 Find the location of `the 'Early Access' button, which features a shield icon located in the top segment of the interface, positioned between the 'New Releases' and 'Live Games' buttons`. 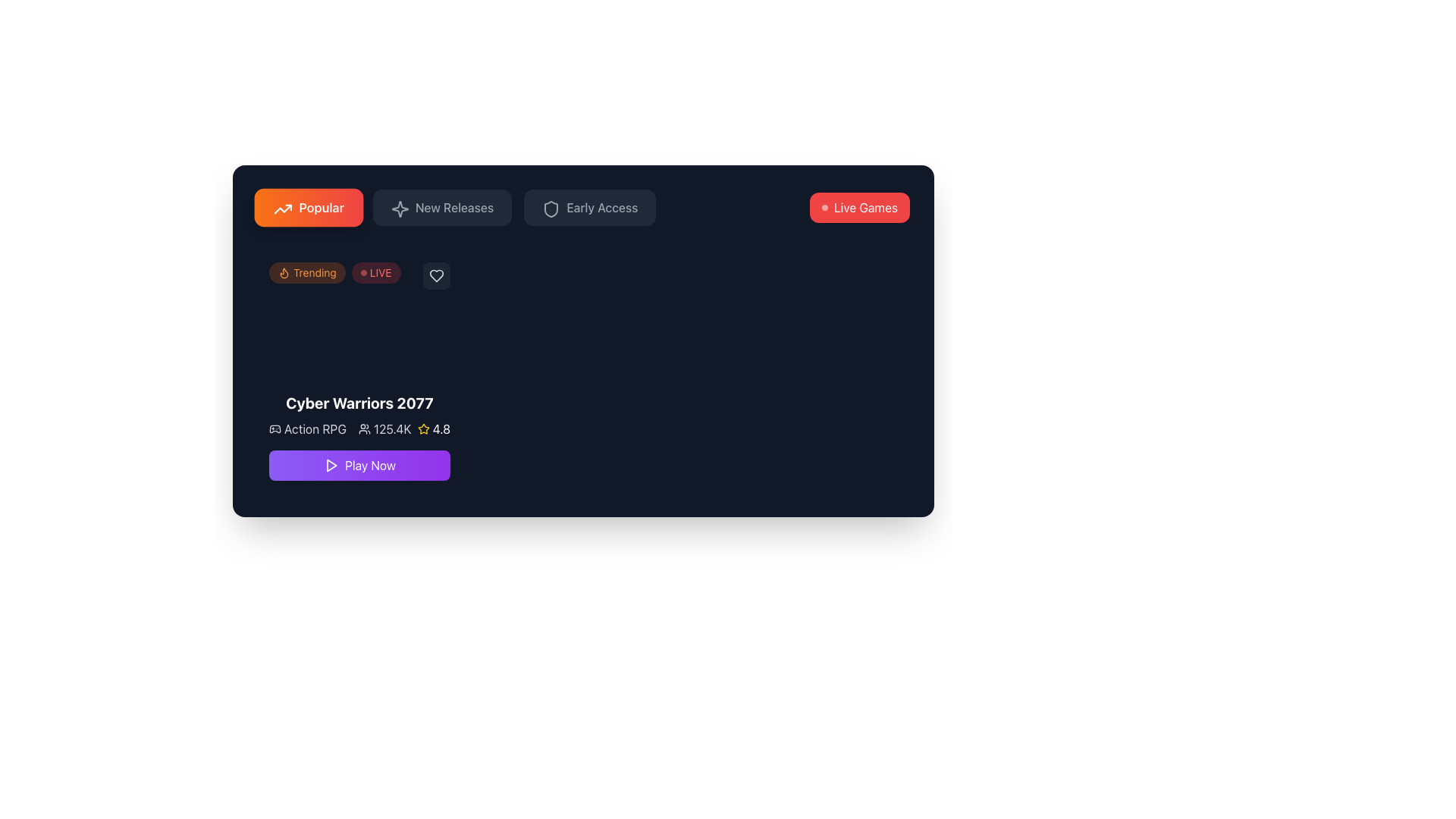

the 'Early Access' button, which features a shield icon located in the top segment of the interface, positioned between the 'New Releases' and 'Live Games' buttons is located at coordinates (551, 209).